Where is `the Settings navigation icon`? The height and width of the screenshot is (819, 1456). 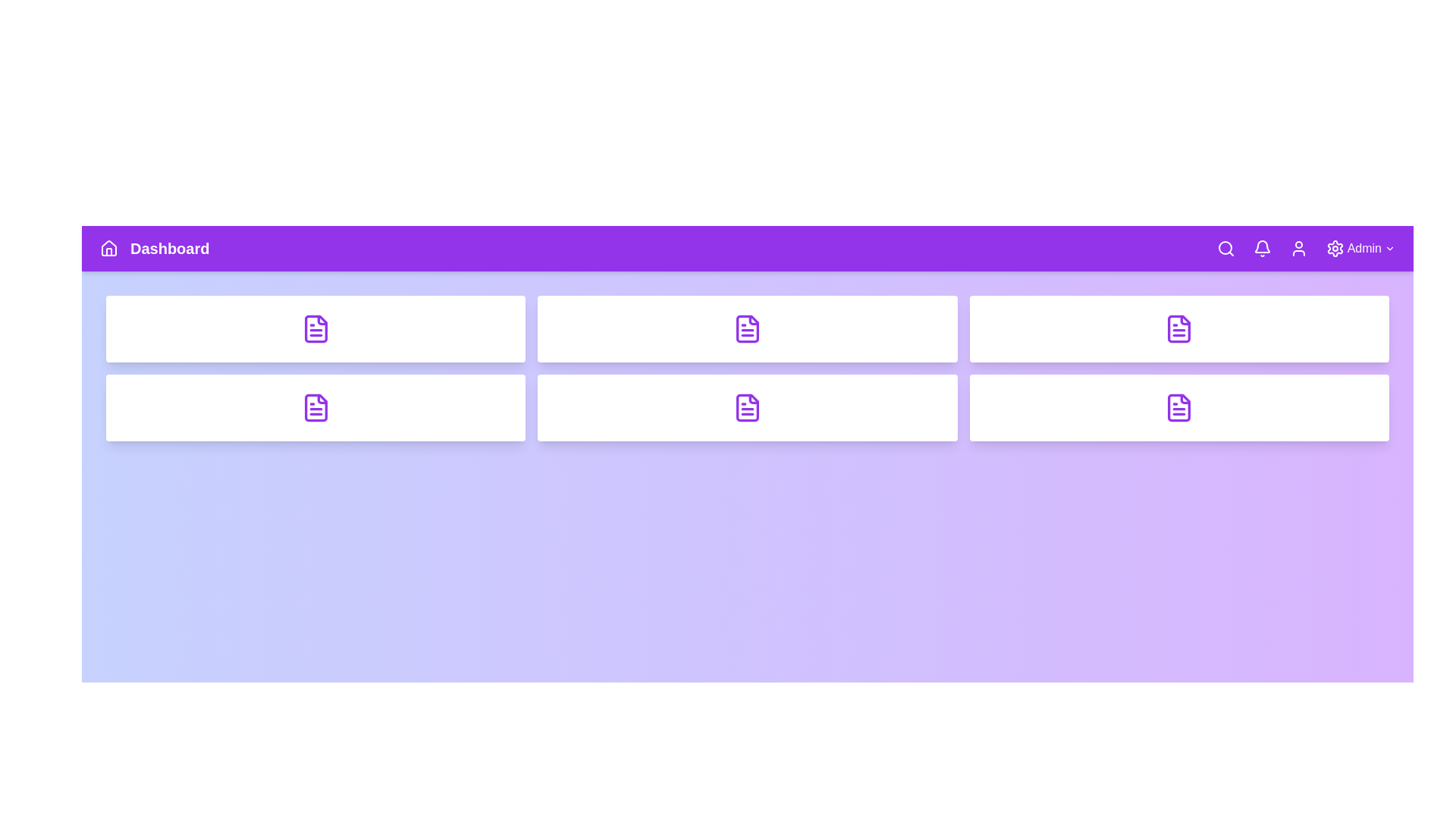
the Settings navigation icon is located at coordinates (1335, 247).